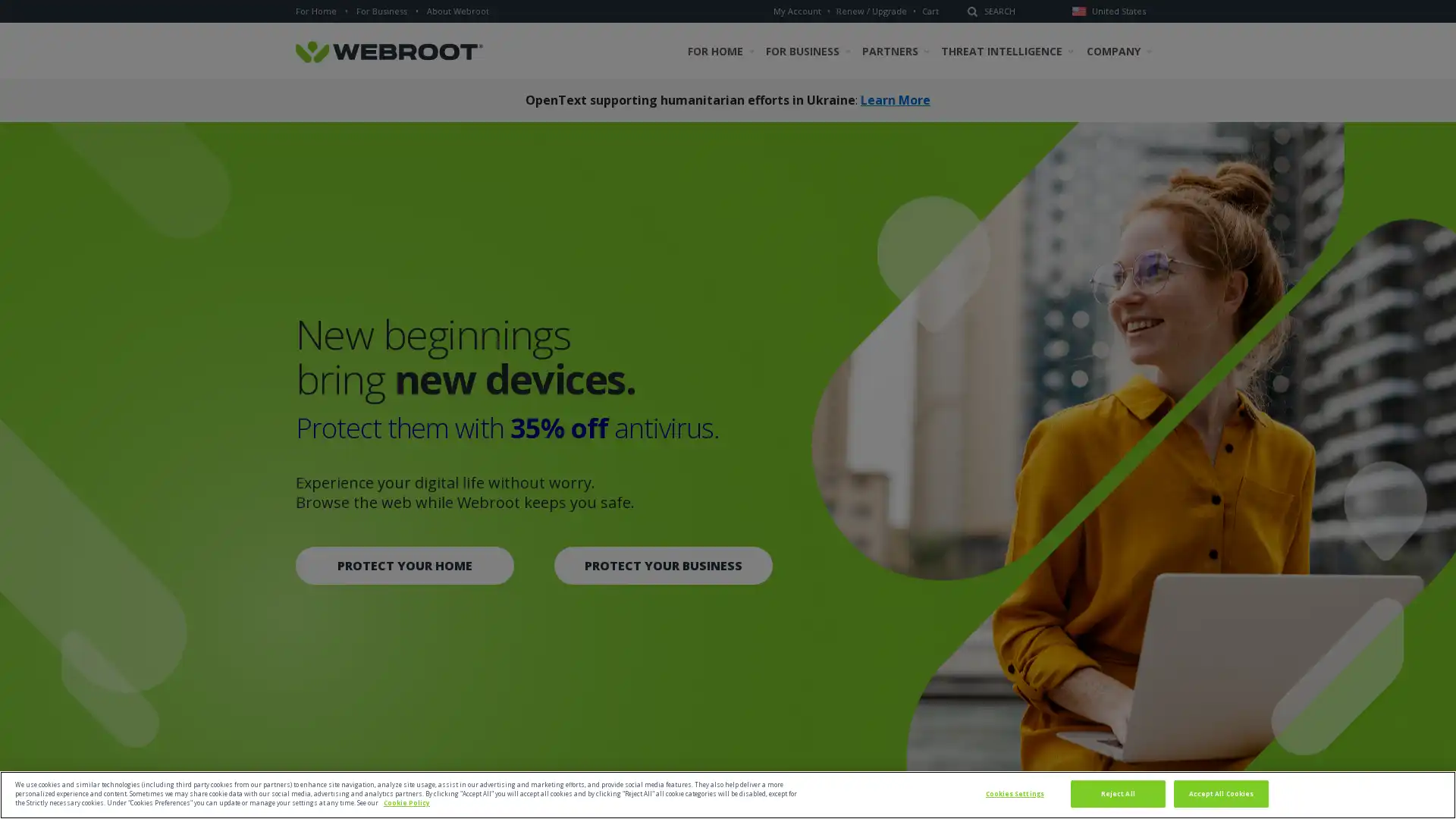 The width and height of the screenshot is (1456, 819). Describe the element at coordinates (1117, 792) in the screenshot. I see `Reject All` at that location.